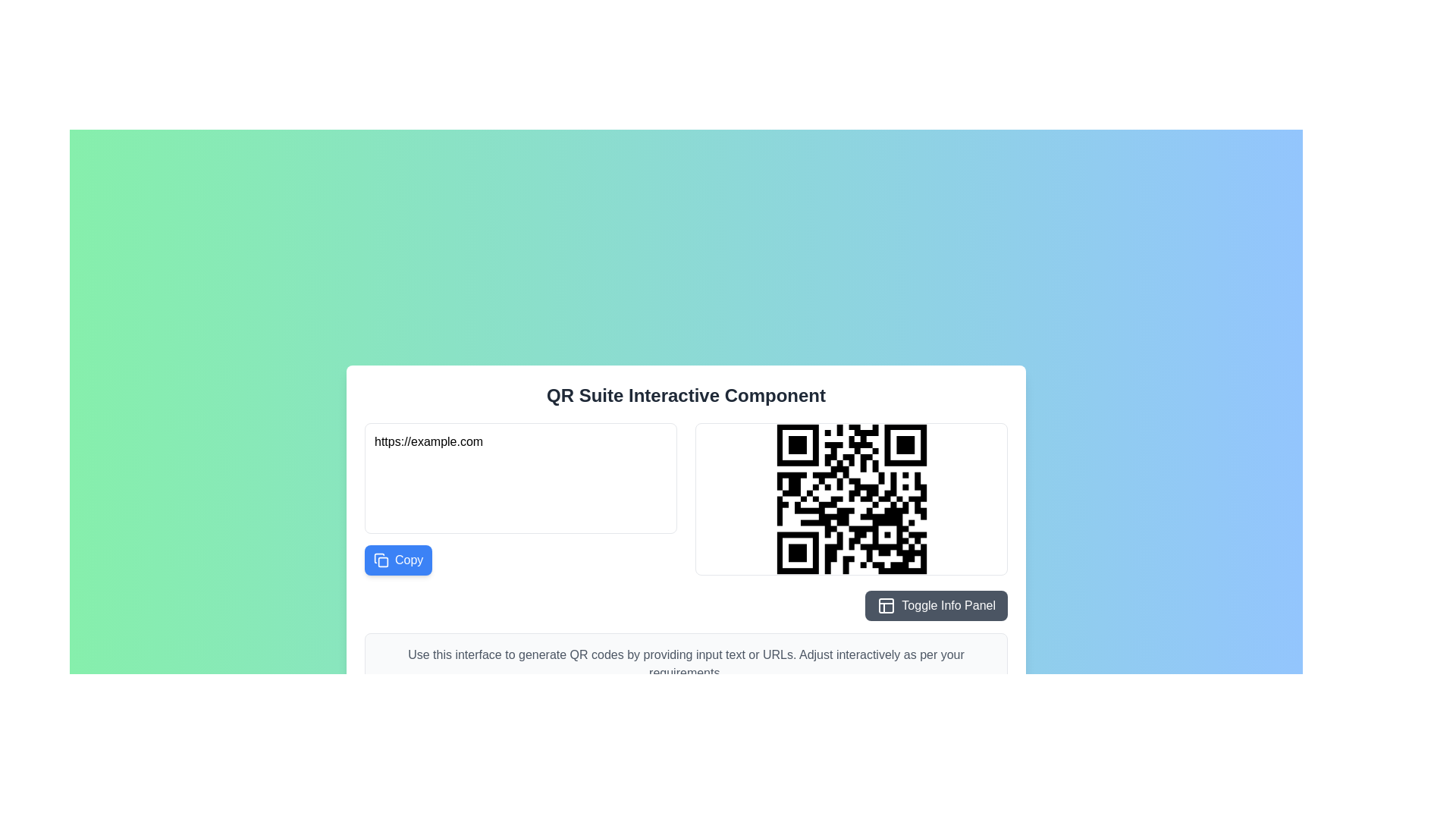 The width and height of the screenshot is (1456, 819). What do you see at coordinates (383, 561) in the screenshot?
I see `the graphical icon element that is part of the 'Copy' functionality, located below the text field labeled 'https://example.com' and adjacent to the blue button labeled 'Copy'` at bounding box center [383, 561].